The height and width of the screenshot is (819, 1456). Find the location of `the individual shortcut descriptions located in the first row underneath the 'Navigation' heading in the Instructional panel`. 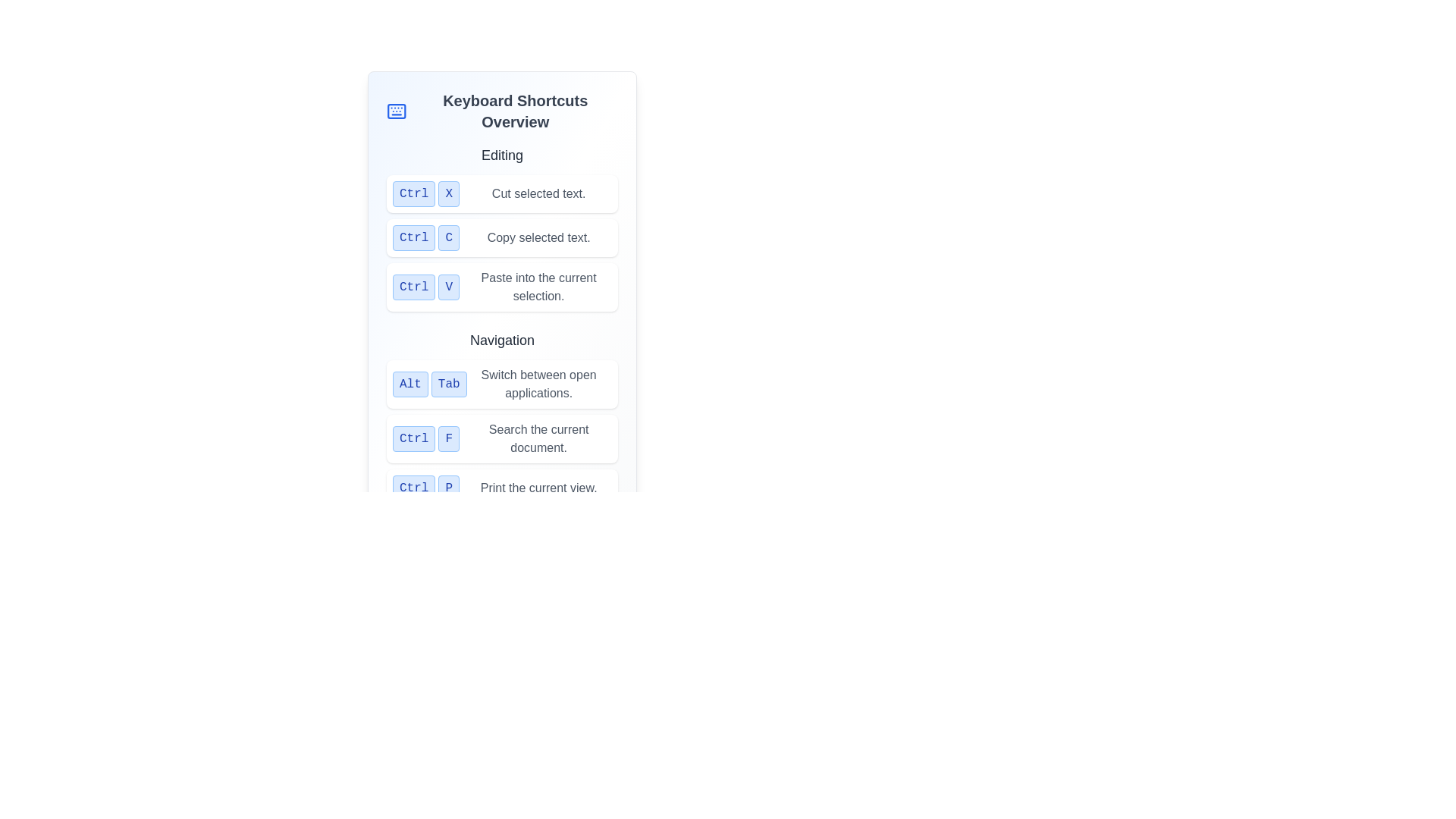

the individual shortcut descriptions located in the first row underneath the 'Navigation' heading in the Instructional panel is located at coordinates (502, 418).